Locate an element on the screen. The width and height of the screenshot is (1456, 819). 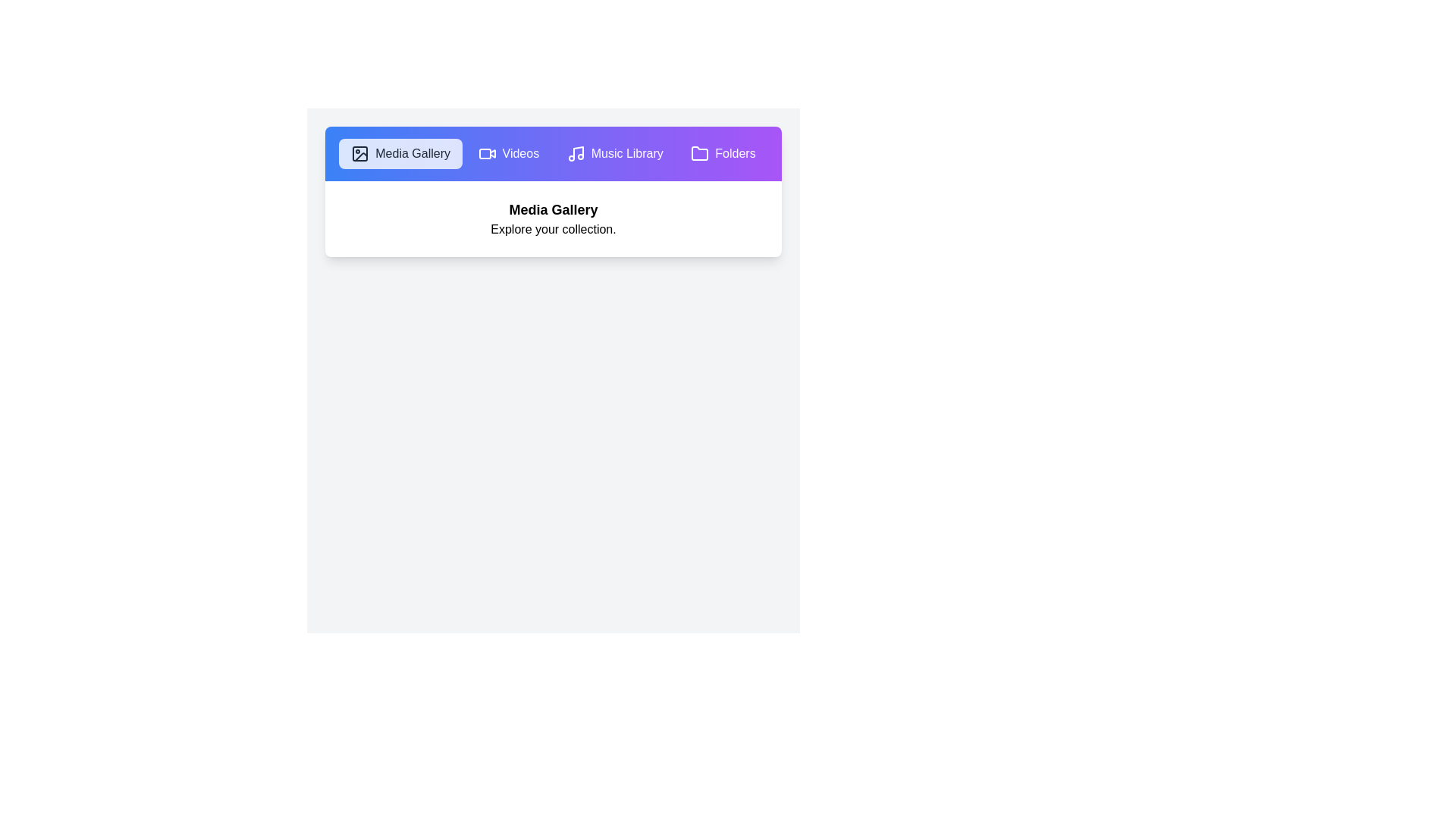
'Videos' text label located in the second position from the left in the navigation bar, which guides users to the 'Videos' functionality of the application is located at coordinates (520, 154).